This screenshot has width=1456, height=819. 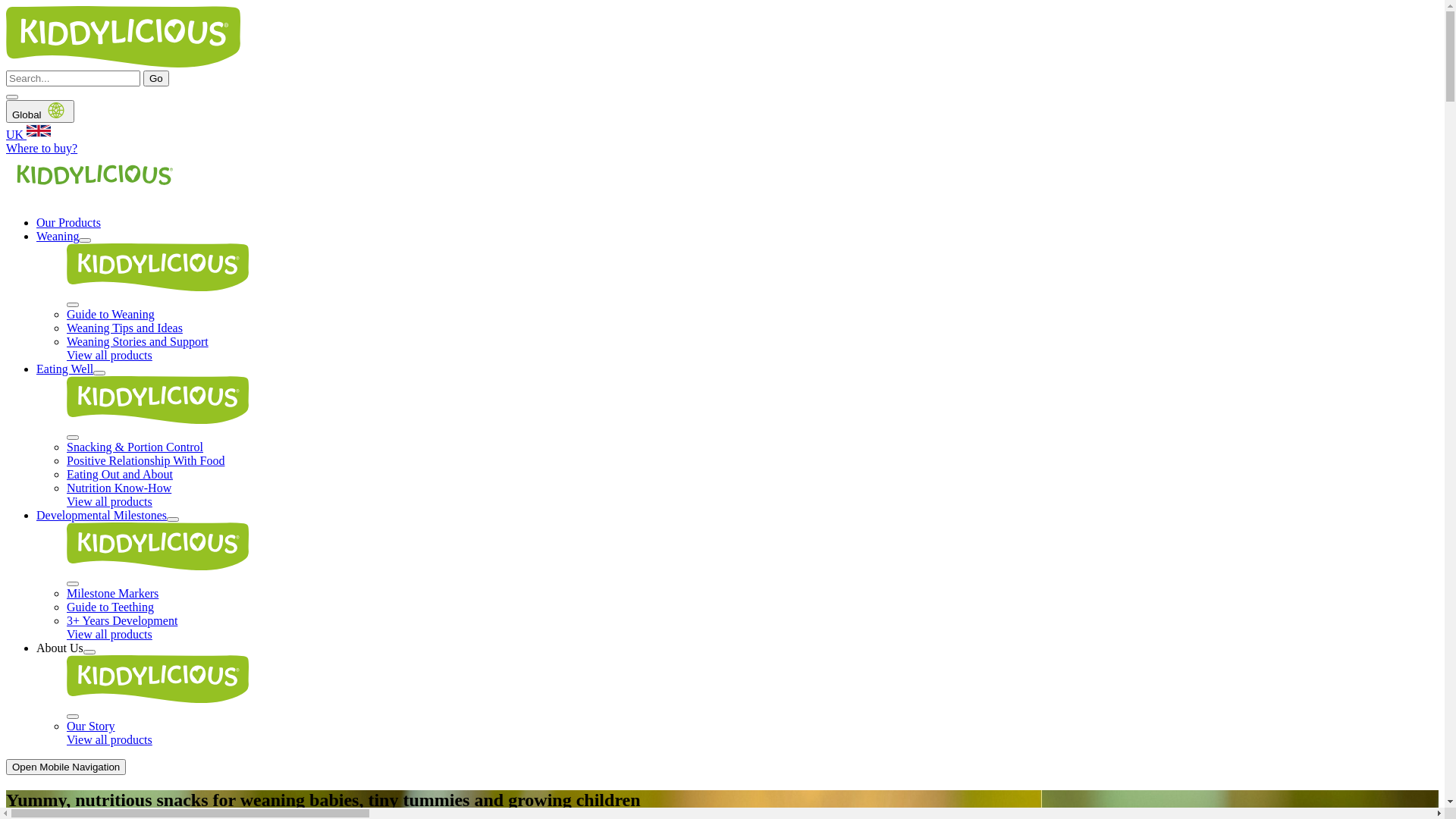 What do you see at coordinates (65, 606) in the screenshot?
I see `'Guide to Teething'` at bounding box center [65, 606].